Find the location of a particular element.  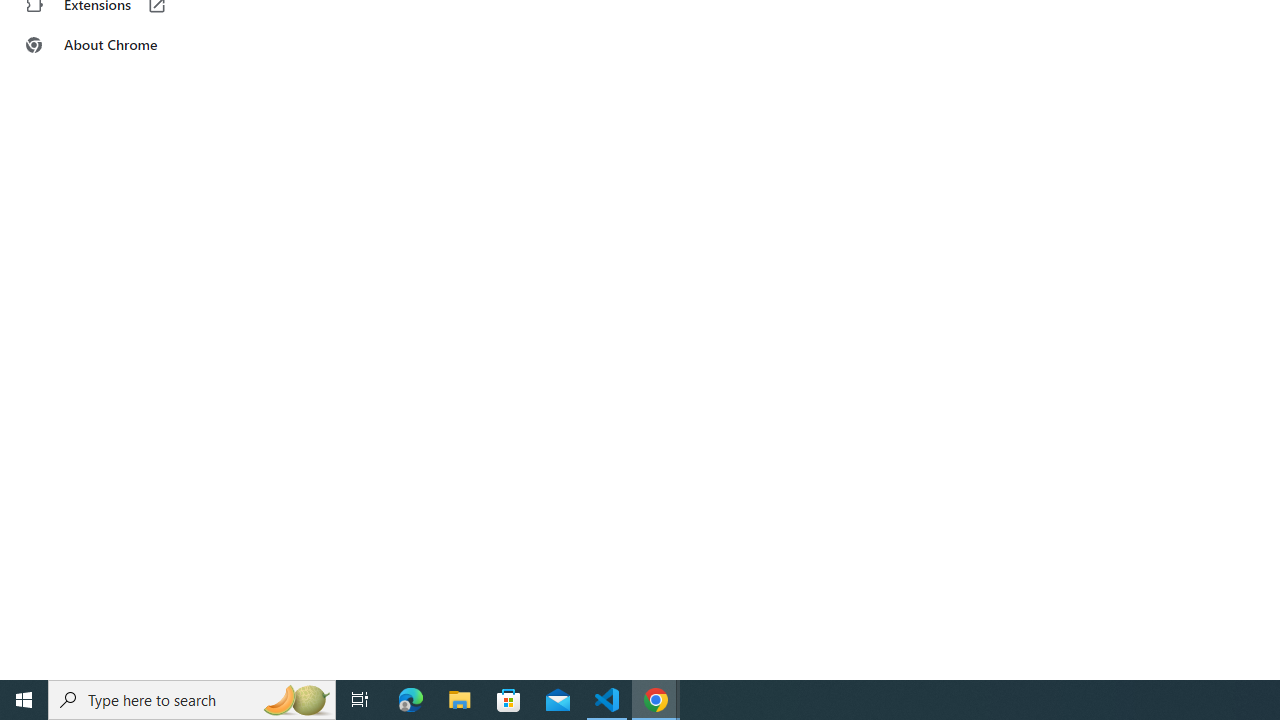

'Microsoft Store' is located at coordinates (509, 698).